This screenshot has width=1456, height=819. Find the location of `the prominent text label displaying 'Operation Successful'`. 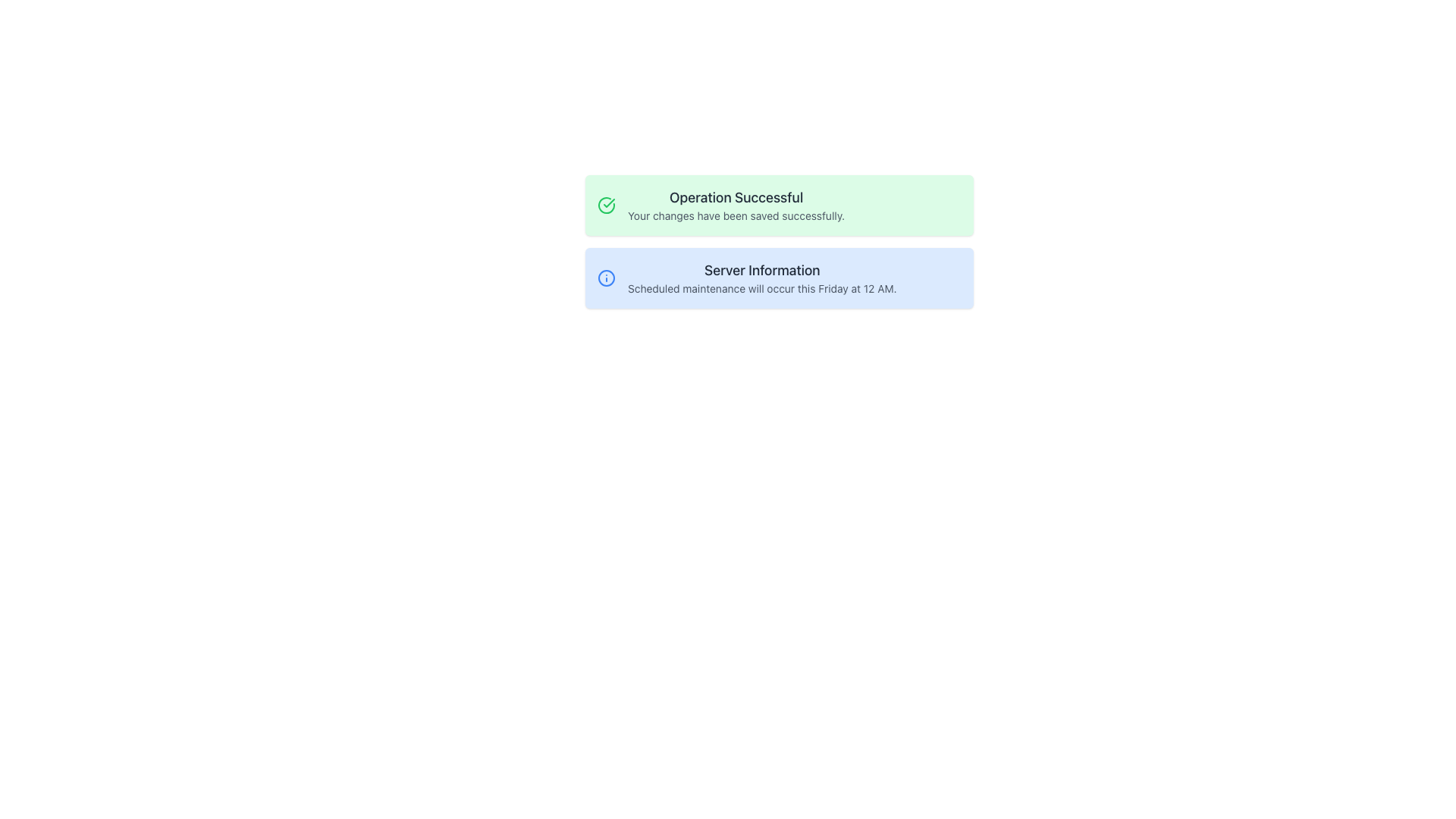

the prominent text label displaying 'Operation Successful' is located at coordinates (736, 197).